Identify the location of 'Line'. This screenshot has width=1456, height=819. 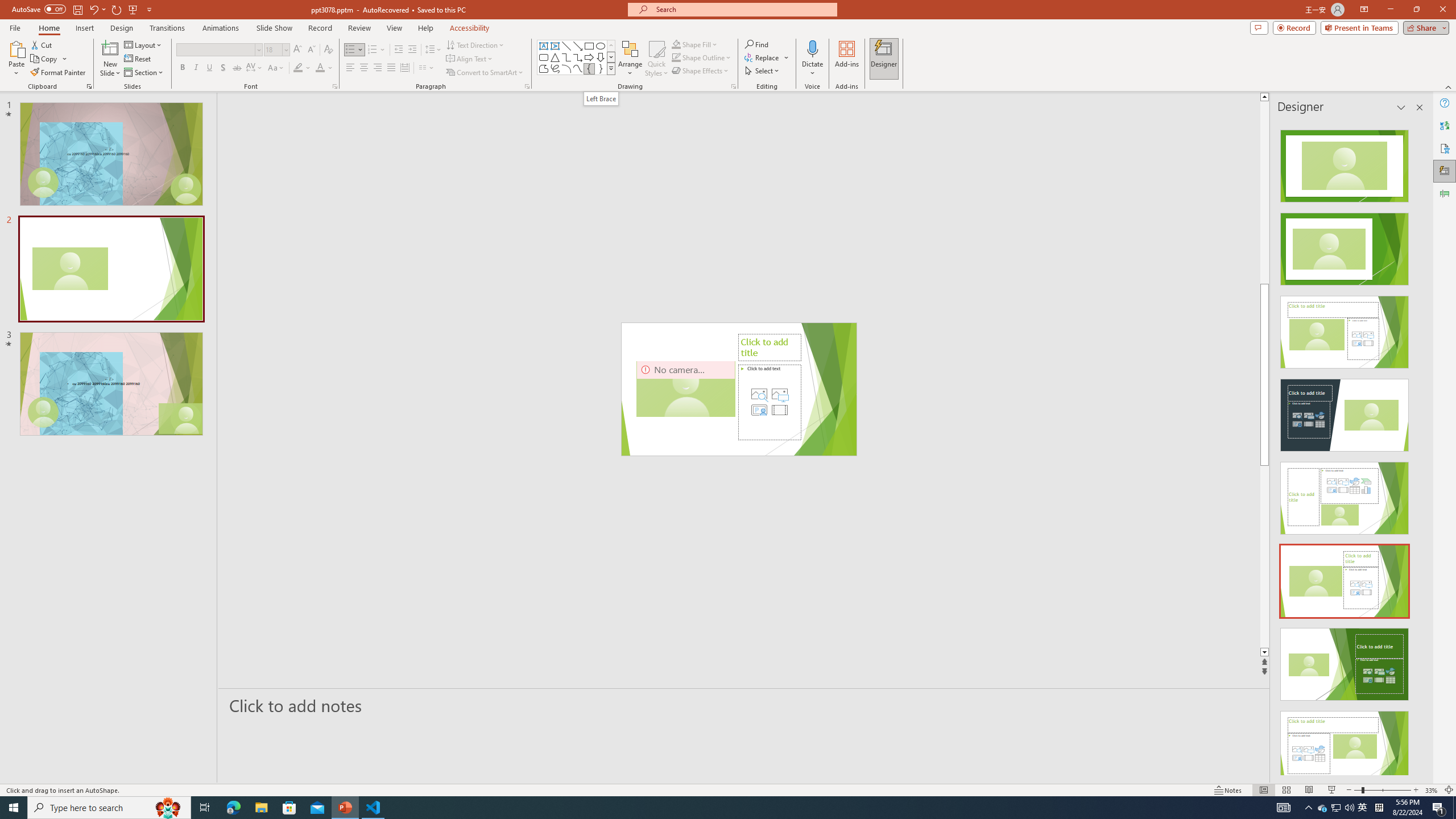
(565, 45).